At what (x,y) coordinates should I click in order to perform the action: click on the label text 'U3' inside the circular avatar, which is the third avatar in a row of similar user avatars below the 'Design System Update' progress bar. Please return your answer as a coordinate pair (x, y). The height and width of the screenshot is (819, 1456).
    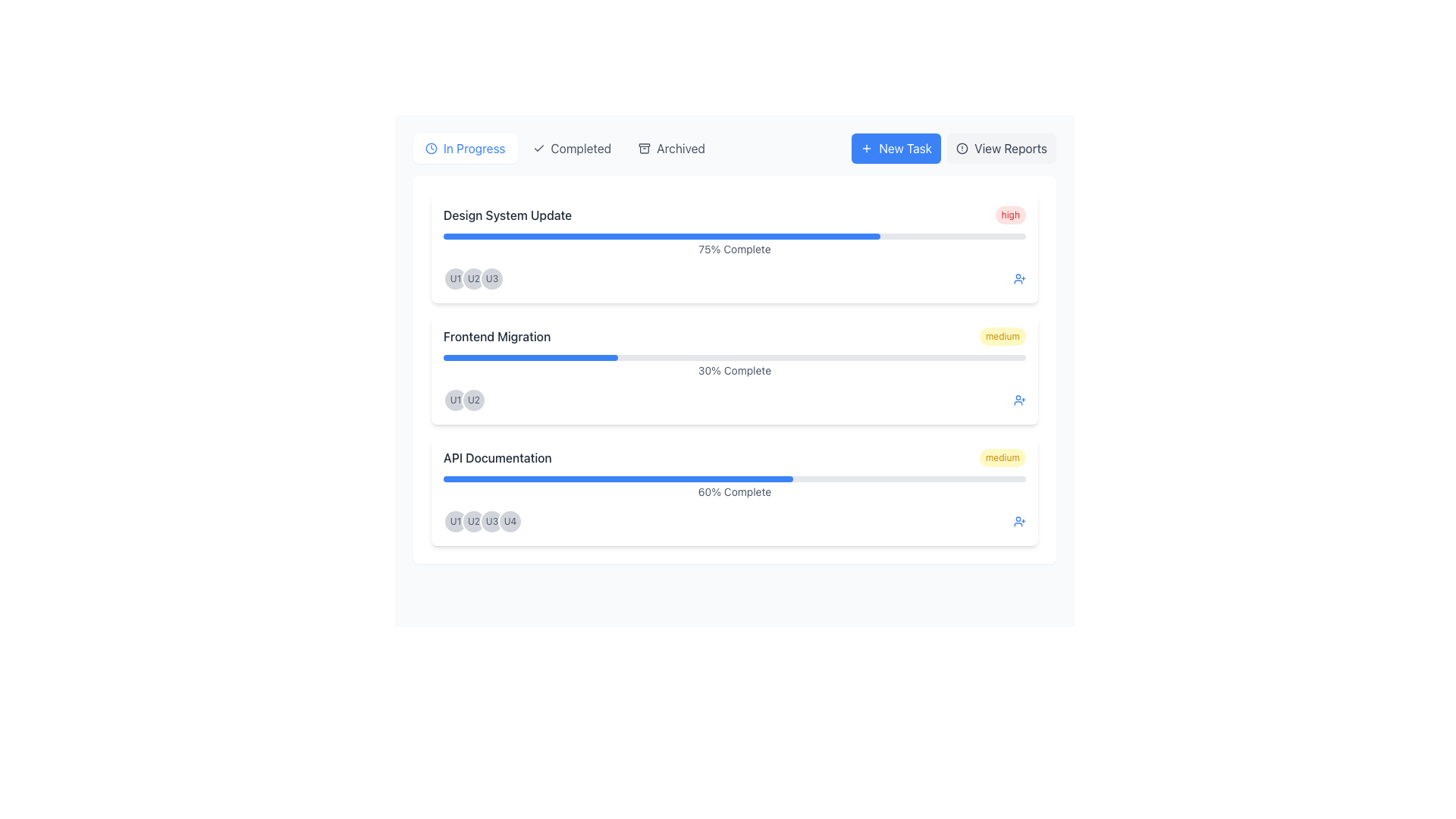
    Looking at the image, I should click on (491, 520).